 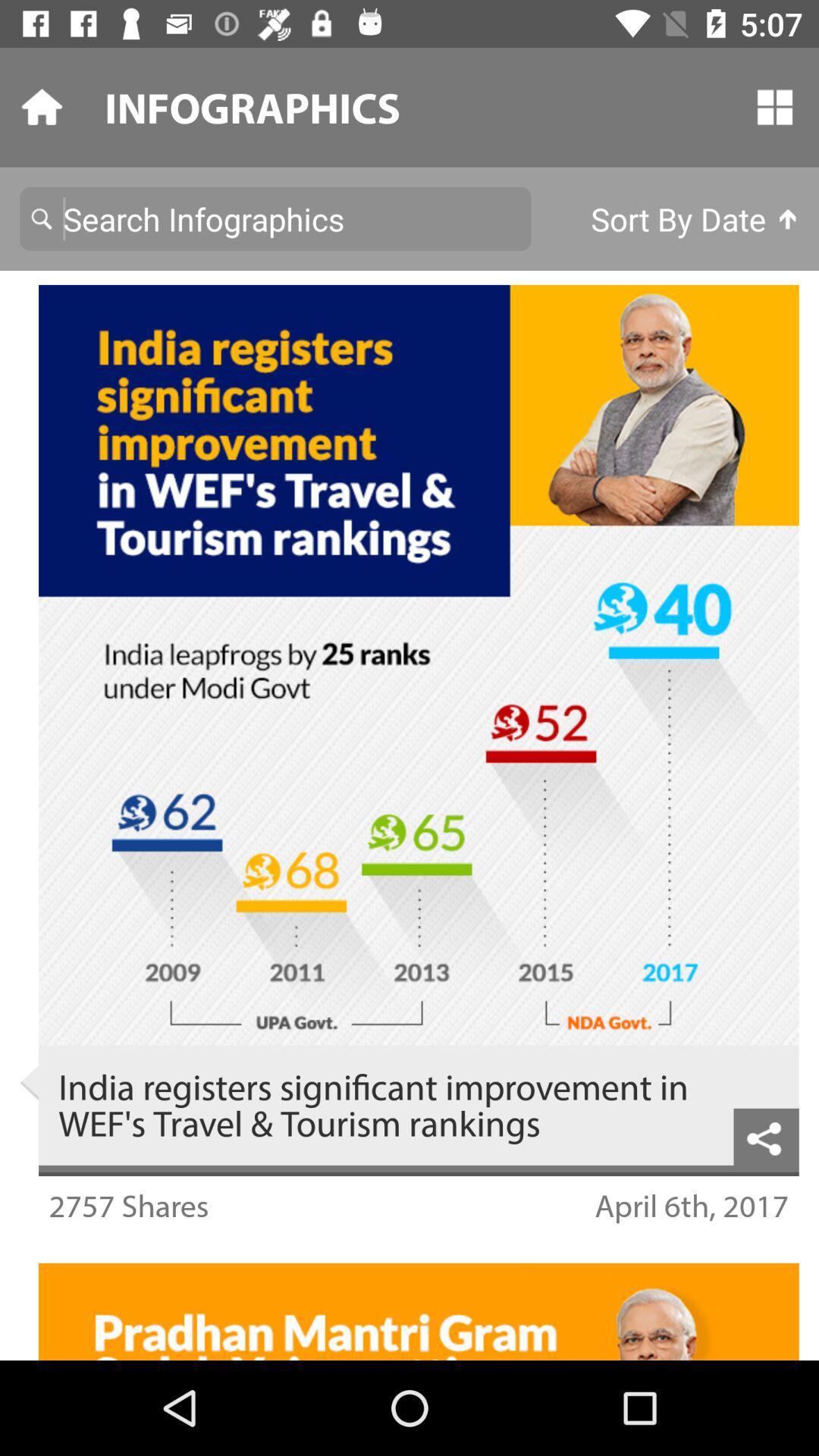 What do you see at coordinates (766, 1137) in the screenshot?
I see `share the bluetooth` at bounding box center [766, 1137].